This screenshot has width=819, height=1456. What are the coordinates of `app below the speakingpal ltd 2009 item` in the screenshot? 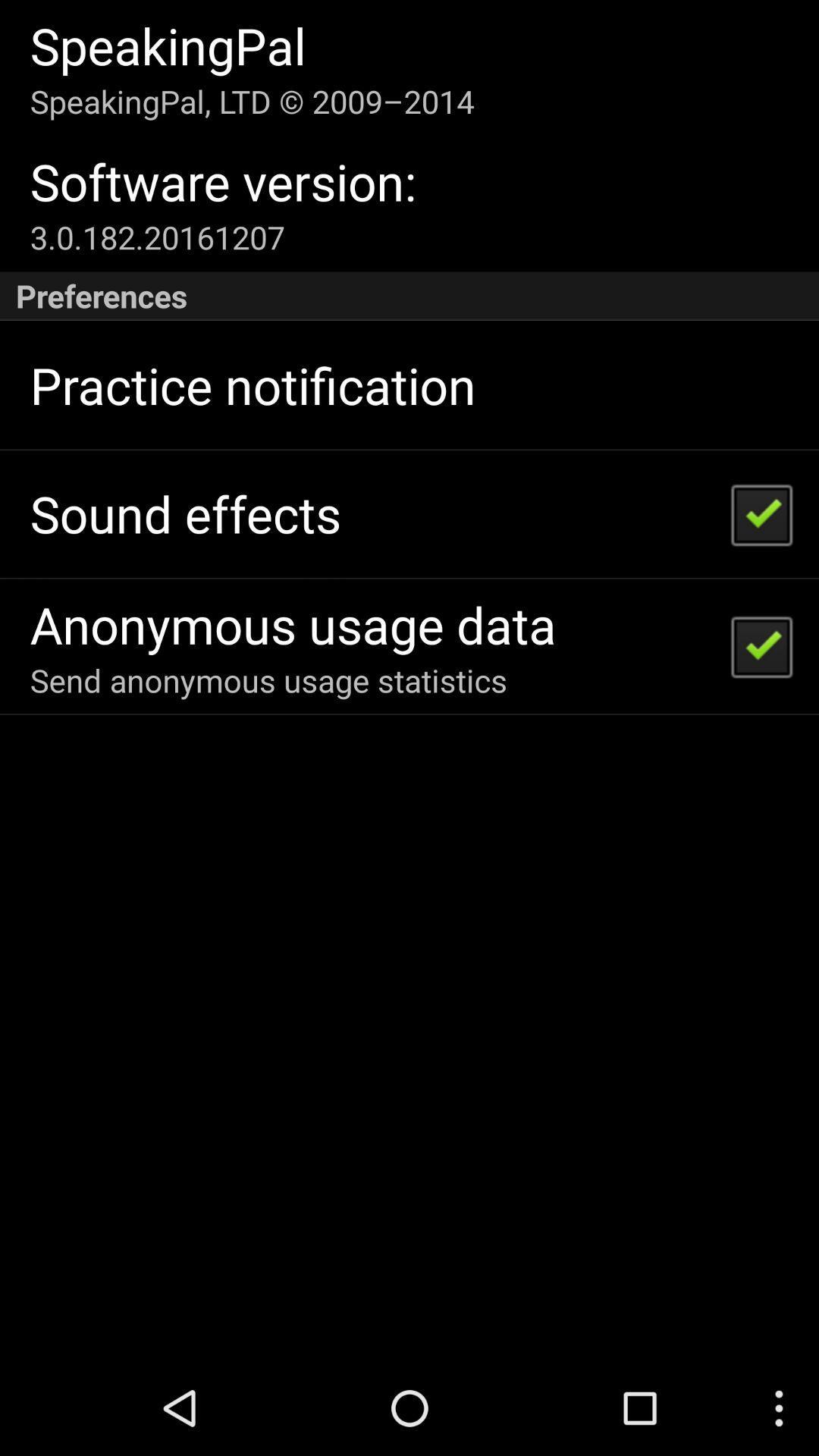 It's located at (223, 181).